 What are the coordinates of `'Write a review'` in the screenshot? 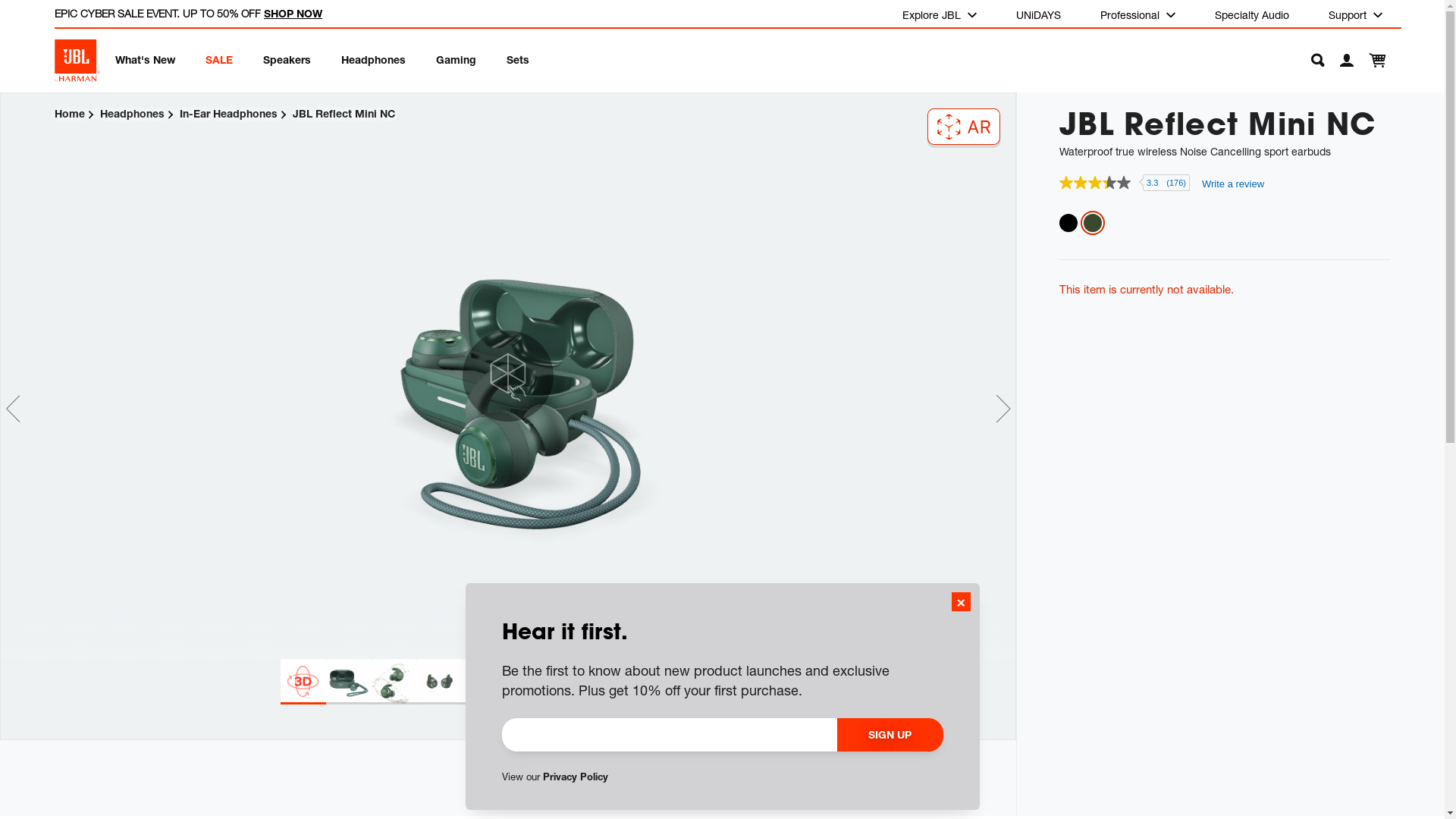 It's located at (1233, 183).